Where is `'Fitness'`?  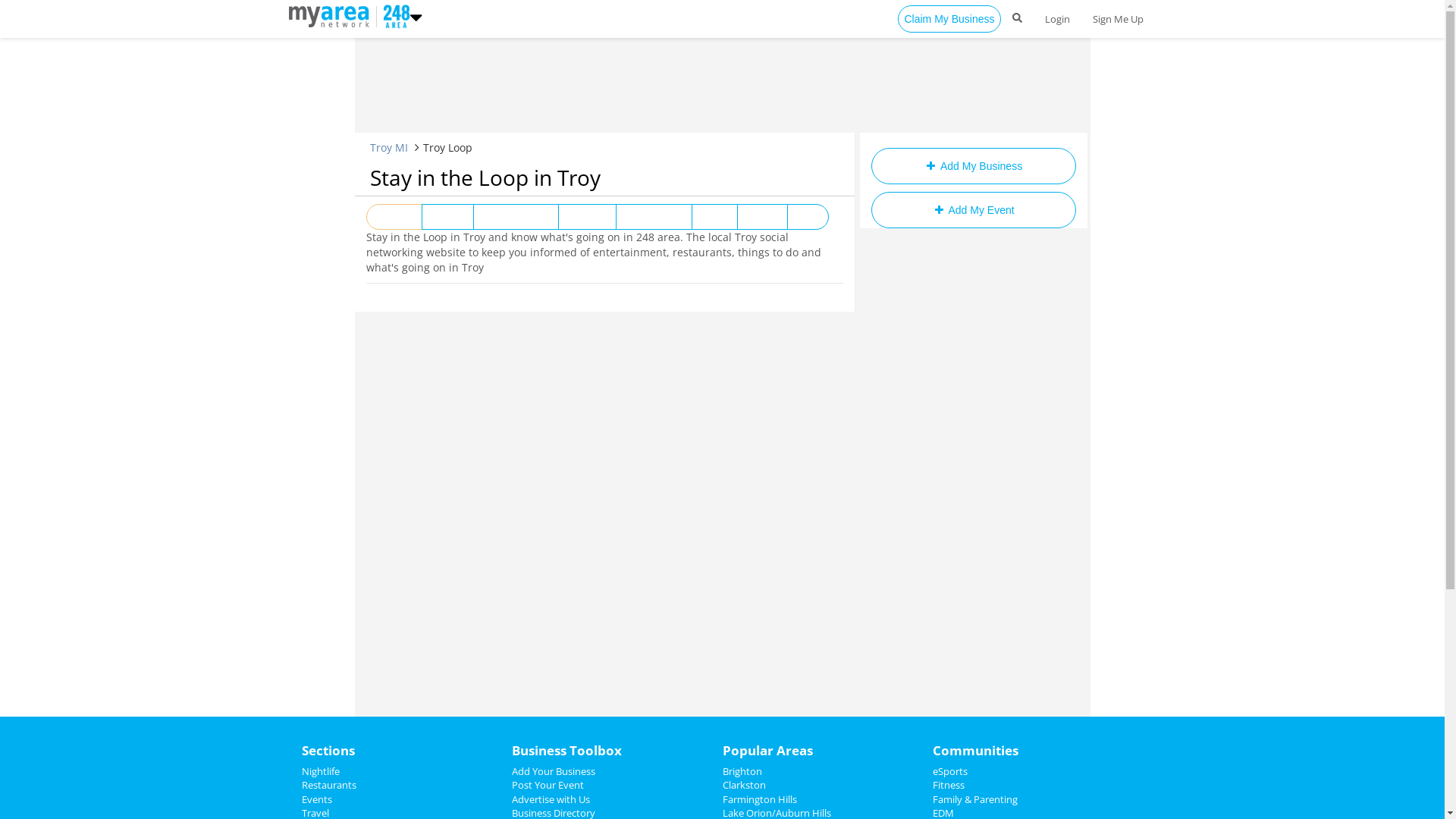 'Fitness' is located at coordinates (948, 784).